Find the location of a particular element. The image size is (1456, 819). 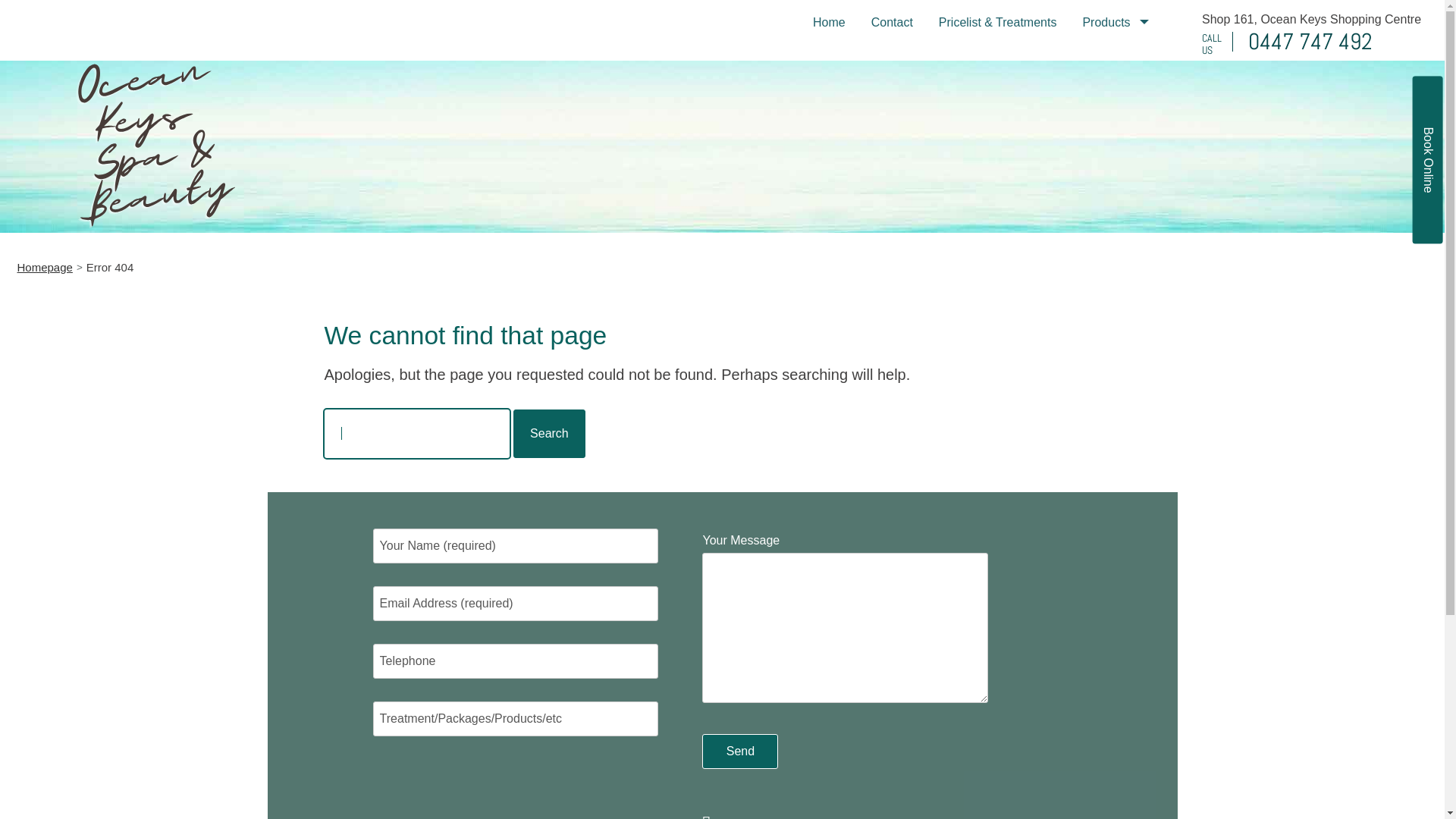

'Search' is located at coordinates (548, 433).